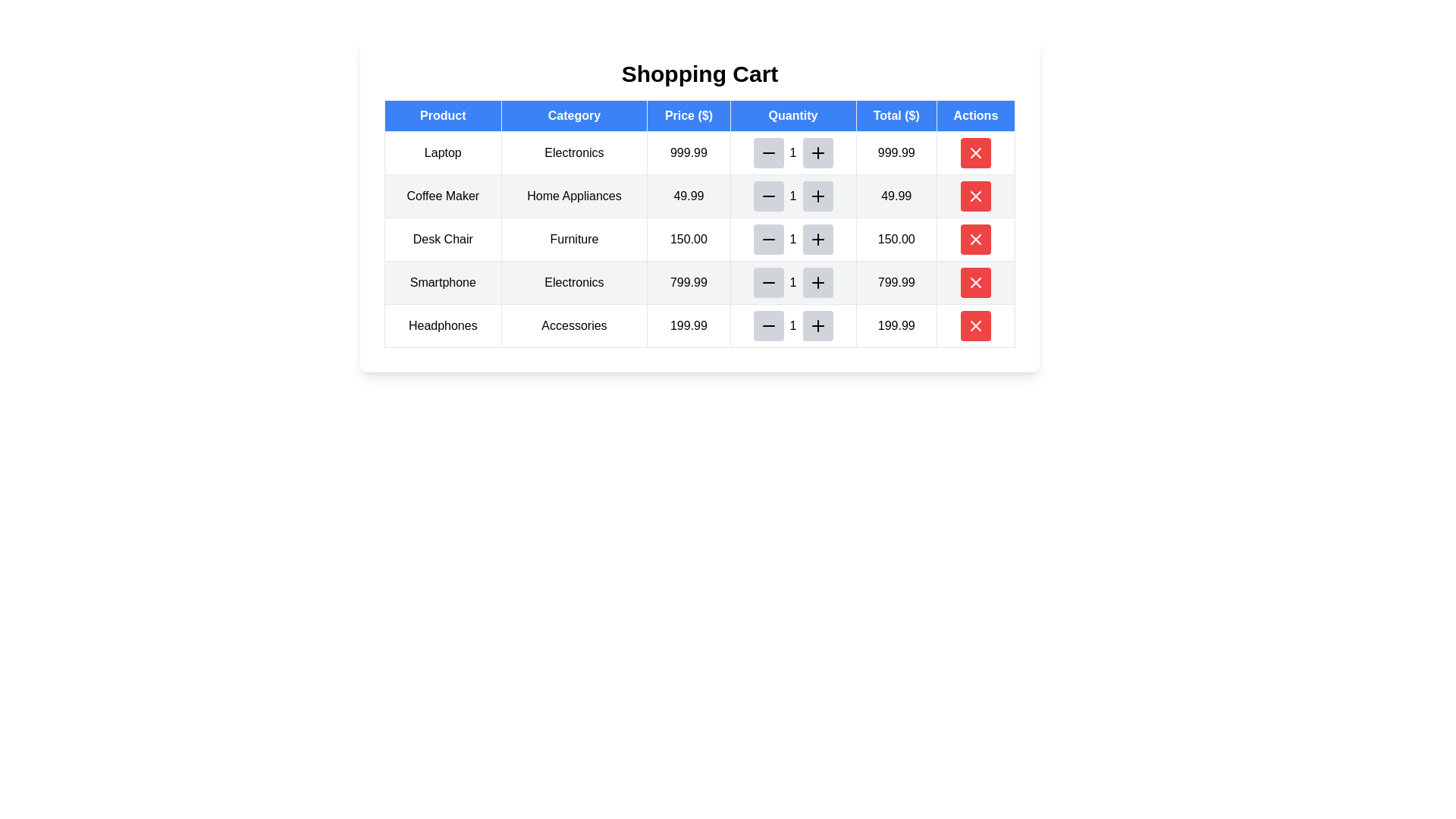 The height and width of the screenshot is (819, 1456). Describe the element at coordinates (792, 239) in the screenshot. I see `text content of the numeric display showing the value '1' in the 'Quantity' column for 'Desk Chair' within the shopping cart table` at that location.